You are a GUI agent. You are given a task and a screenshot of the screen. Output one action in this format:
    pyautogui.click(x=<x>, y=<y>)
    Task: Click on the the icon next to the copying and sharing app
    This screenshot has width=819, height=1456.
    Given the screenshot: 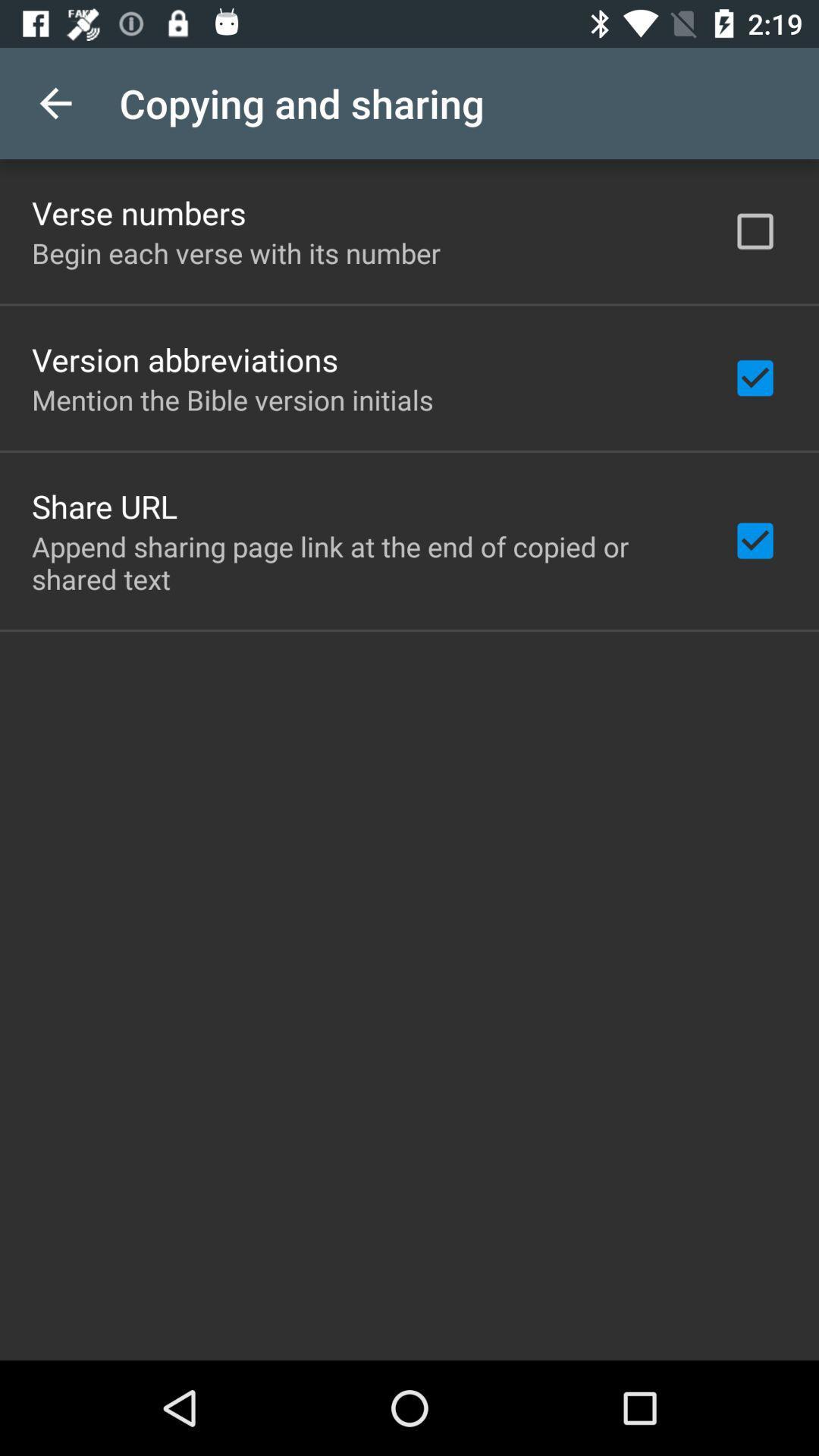 What is the action you would take?
    pyautogui.click(x=55, y=102)
    